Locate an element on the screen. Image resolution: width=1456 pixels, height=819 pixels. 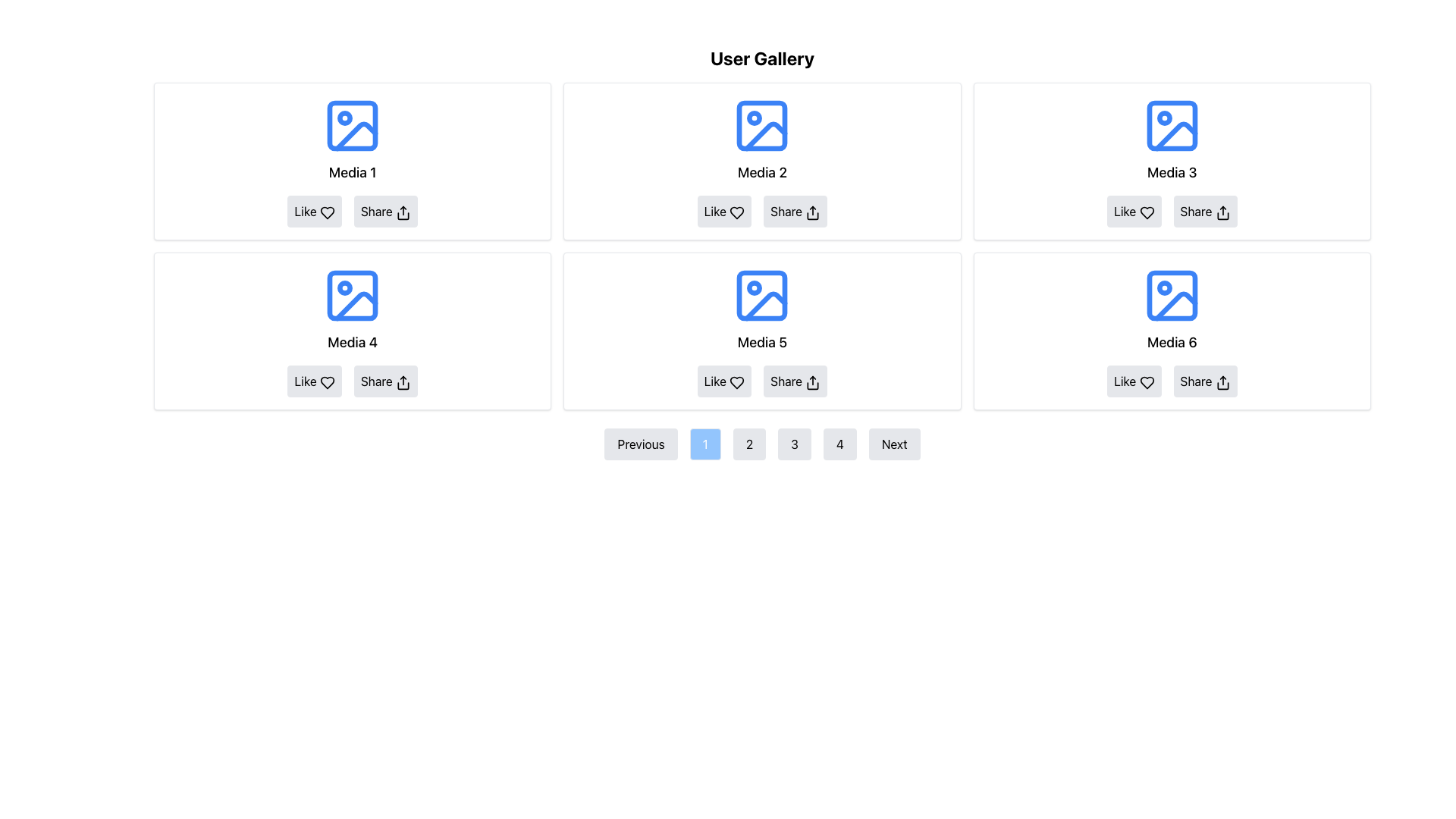
the share icon within the 'Share' button located below the 'Media 3' image, which features a rounded arrow above a rectangular box with a black outline is located at coordinates (1222, 212).